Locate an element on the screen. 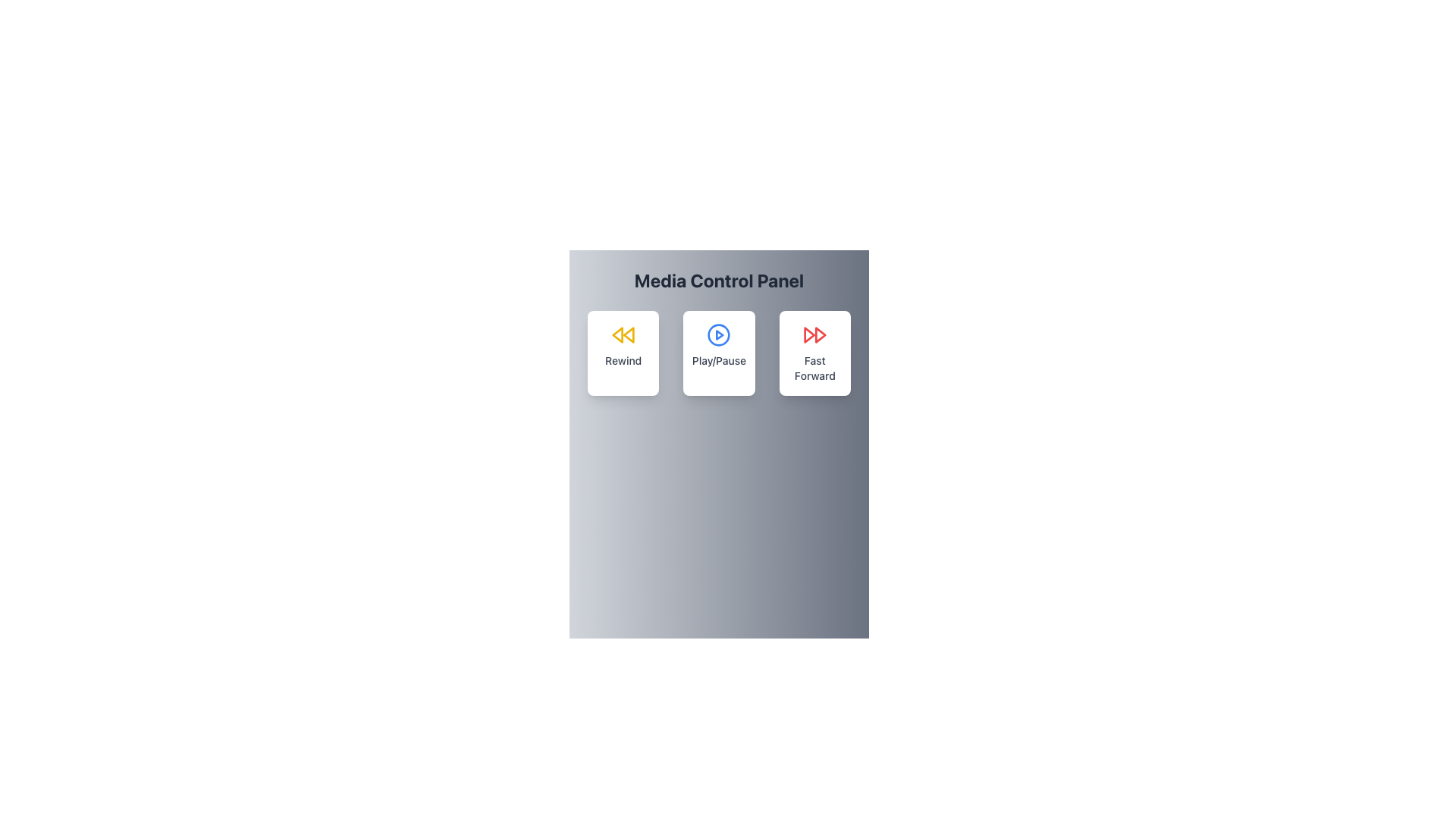 This screenshot has height=819, width=1456. the text label that describes the 'rewind' feature, located directly below the icon of two backward arrows in the first card of a horizontally arranged media control panel is located at coordinates (623, 360).